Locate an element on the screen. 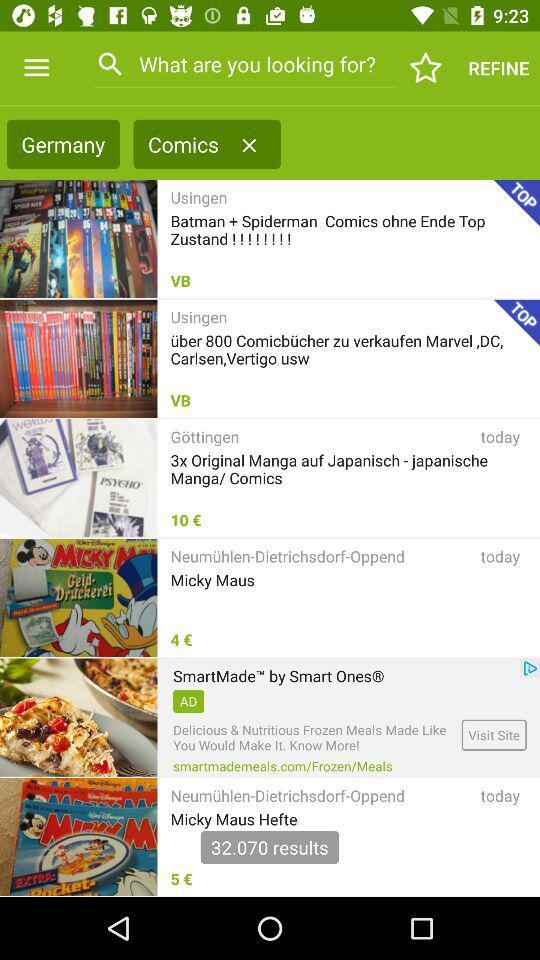 This screenshot has width=540, height=960. the icon above the ad item is located at coordinates (277, 675).